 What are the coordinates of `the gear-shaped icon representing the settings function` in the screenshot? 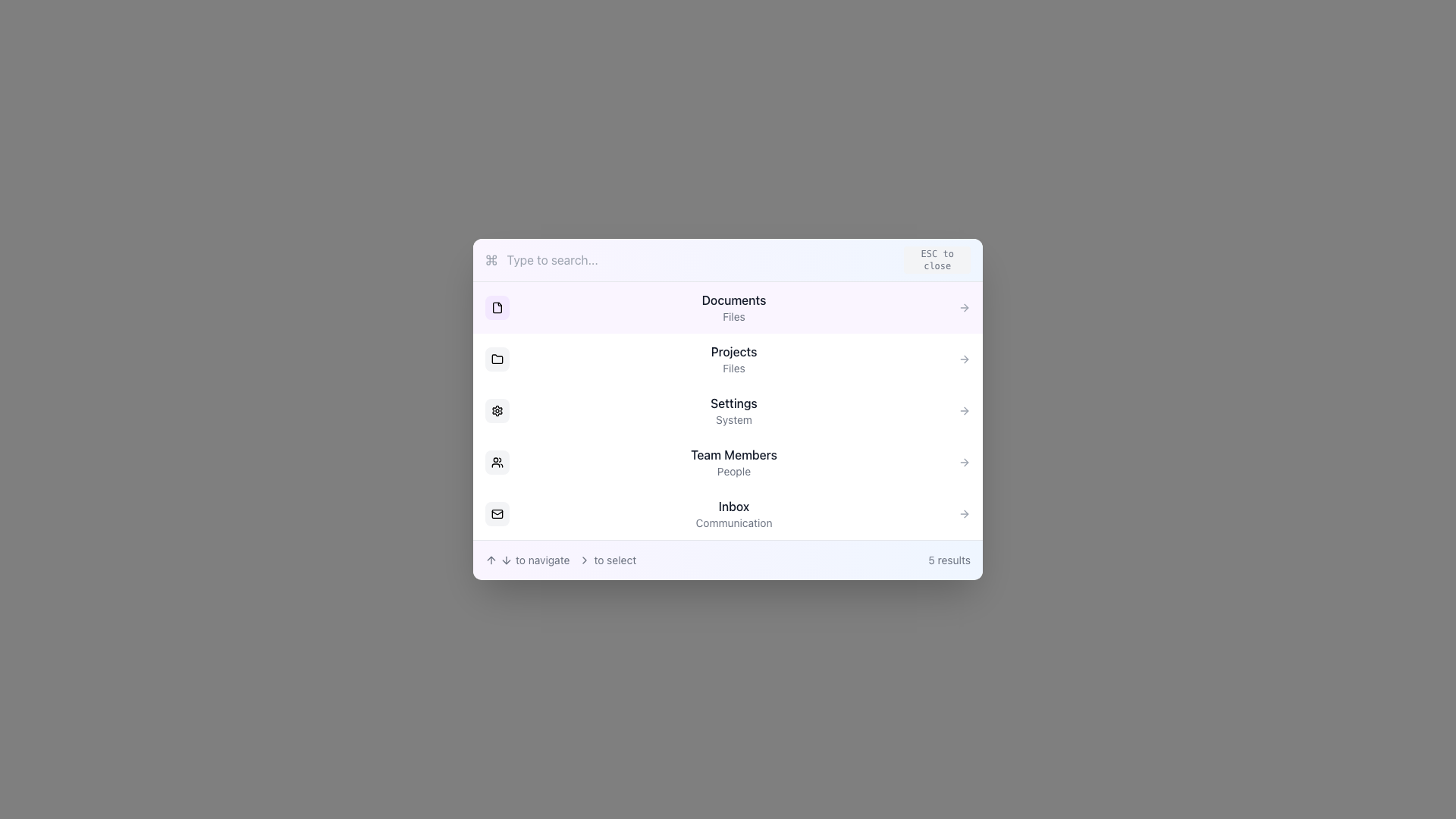 It's located at (497, 411).